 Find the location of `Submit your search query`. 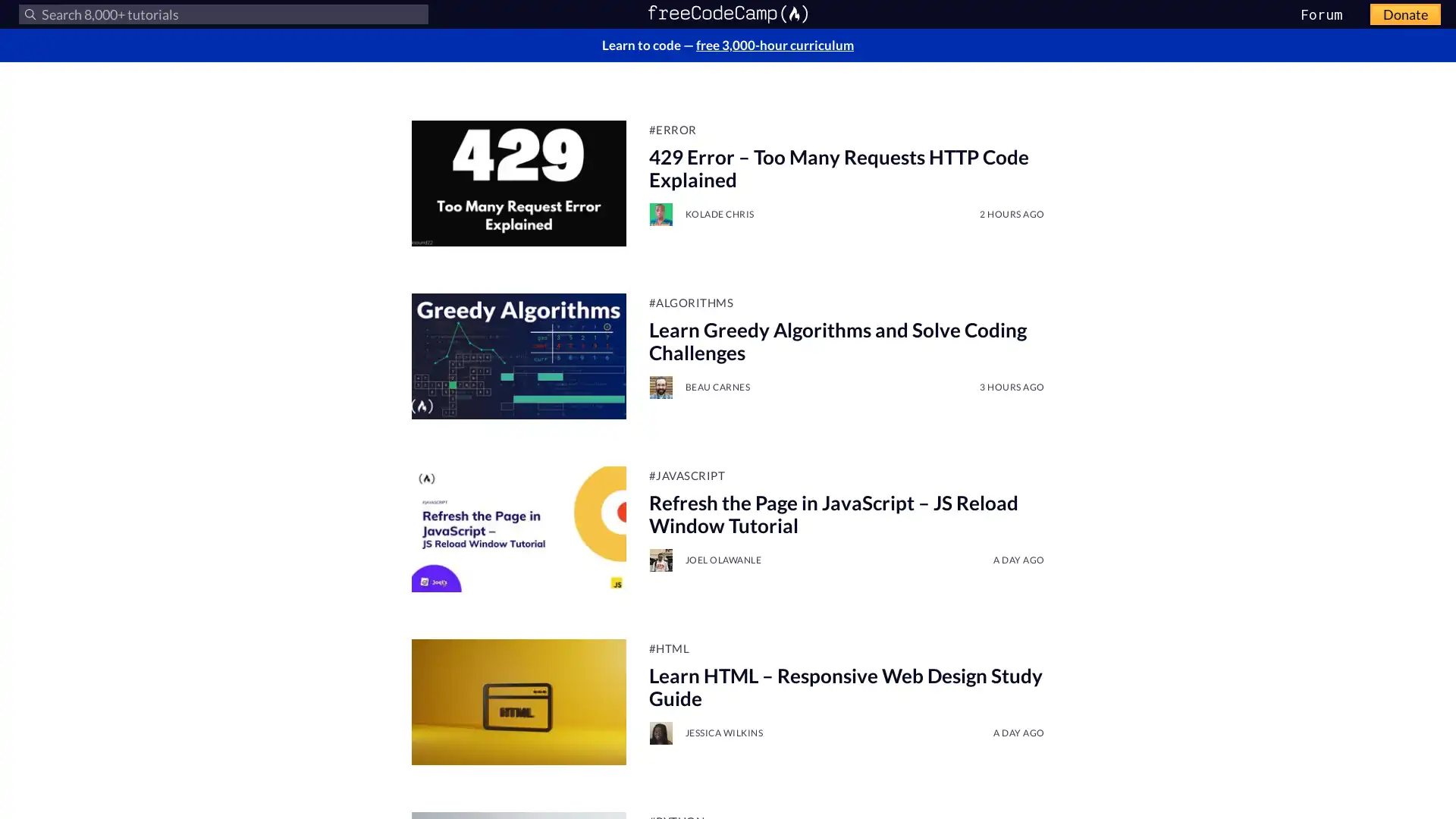

Submit your search query is located at coordinates (30, 14).